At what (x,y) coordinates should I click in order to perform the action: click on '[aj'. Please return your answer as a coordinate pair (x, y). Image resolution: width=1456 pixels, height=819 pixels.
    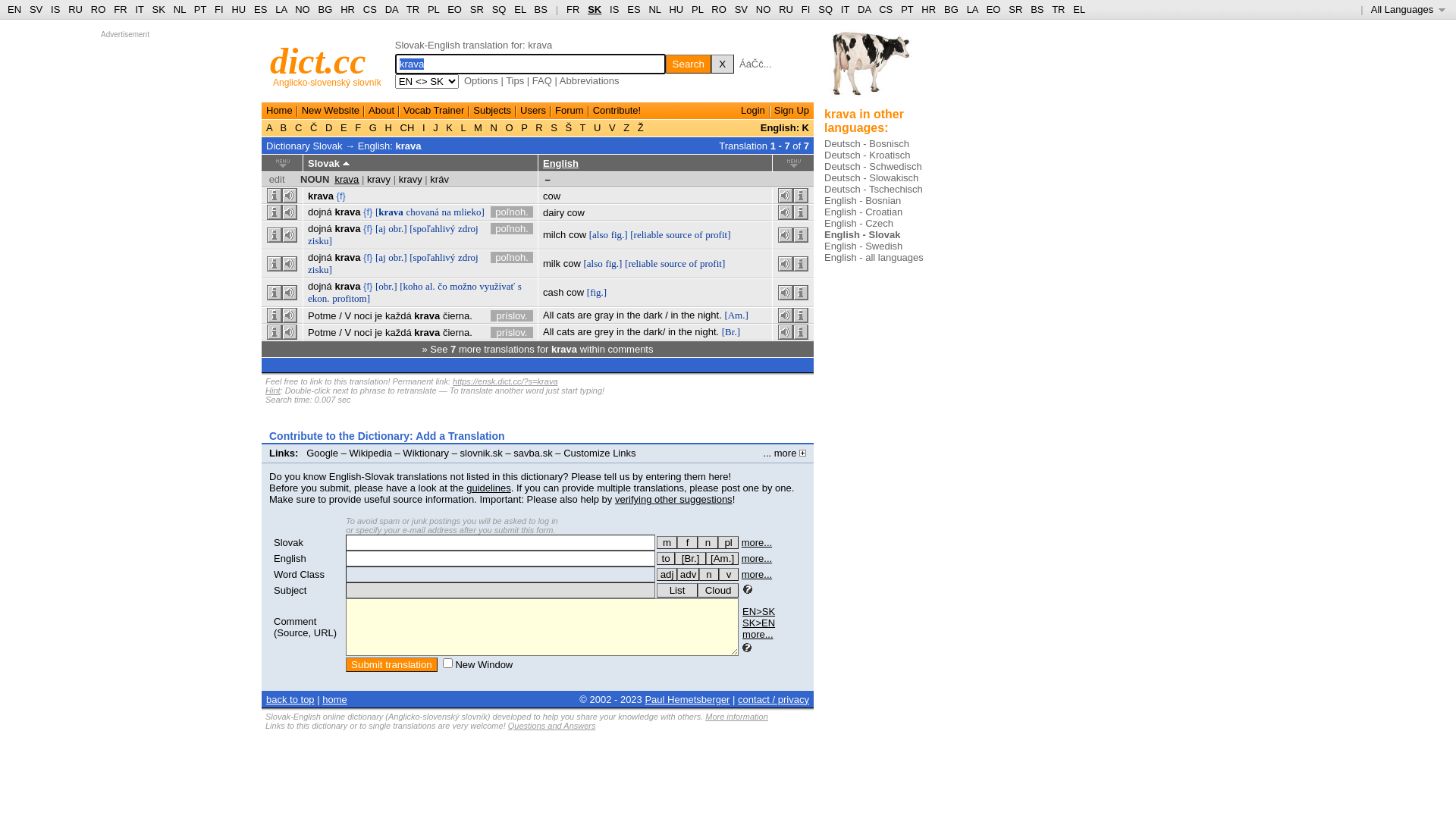
    Looking at the image, I should click on (381, 228).